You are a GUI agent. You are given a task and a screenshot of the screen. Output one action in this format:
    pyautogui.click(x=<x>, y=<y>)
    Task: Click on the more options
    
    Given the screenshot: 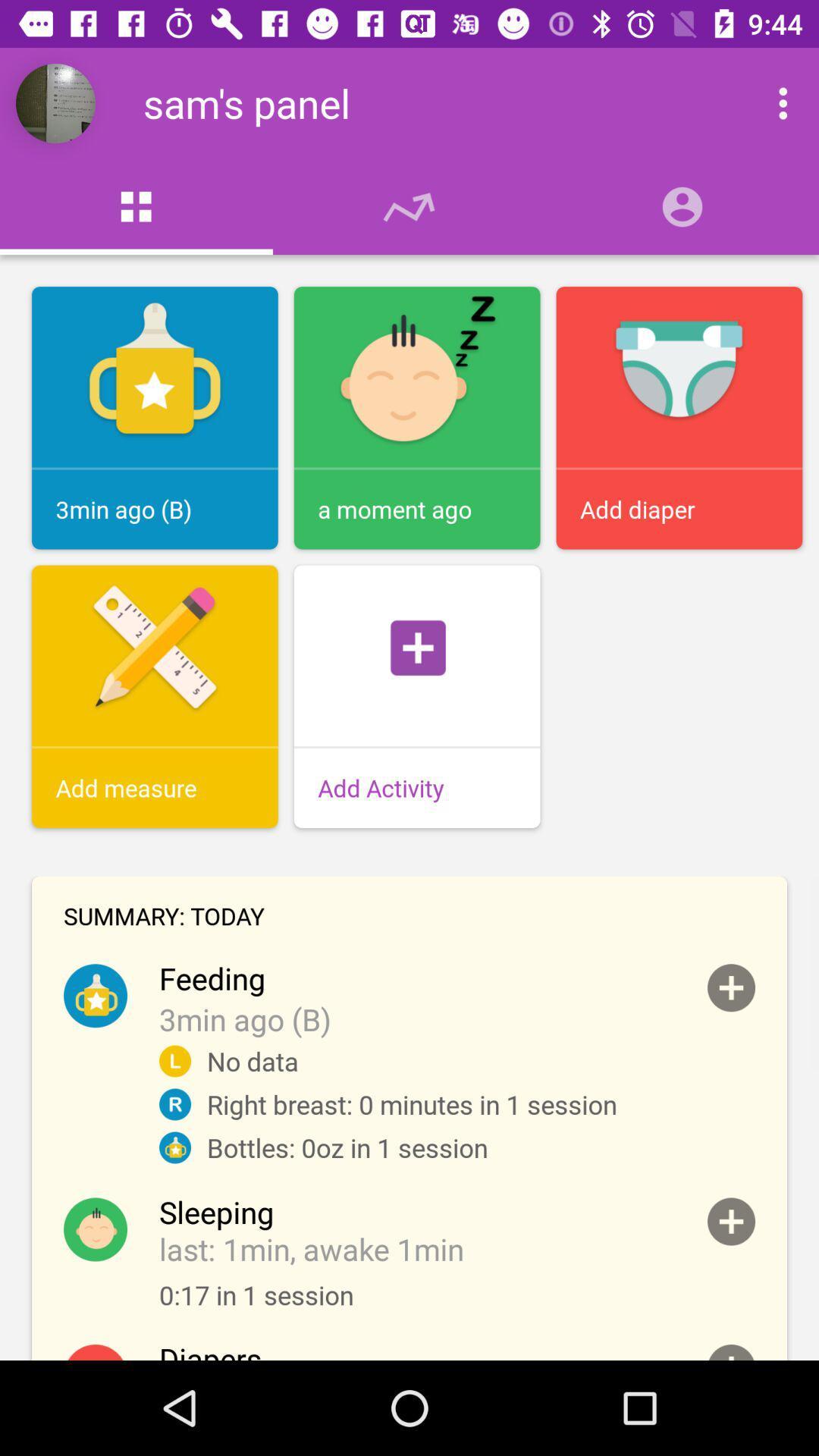 What is the action you would take?
    pyautogui.click(x=767, y=102)
    